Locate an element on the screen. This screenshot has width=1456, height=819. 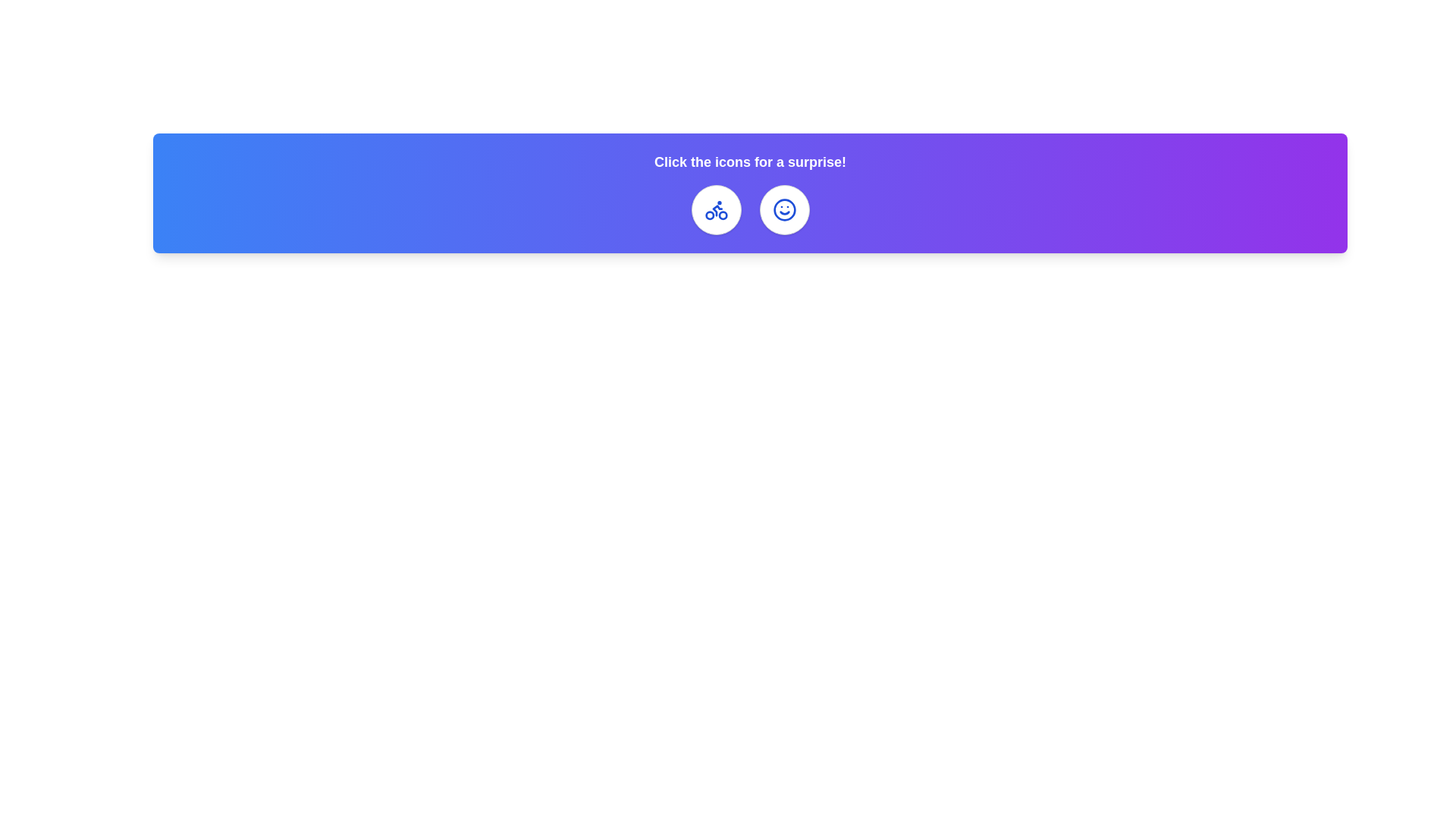
the button displaying a bicycle icon, which is located to the left of a circular button with a smiley face icon is located at coordinates (715, 210).